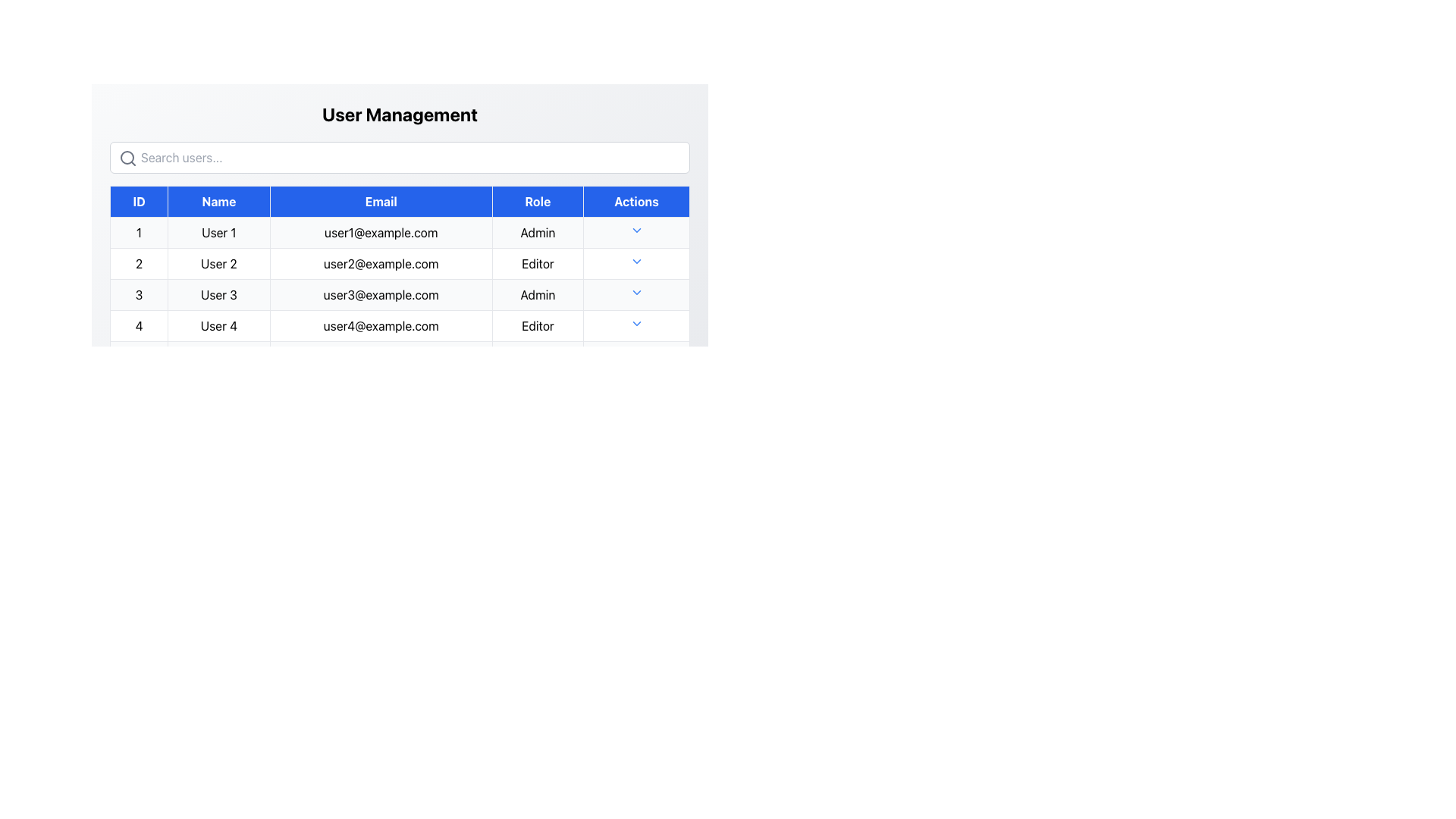  I want to click on the Text Label that identifies the ID or sequence of the fourth row in the table, located in the first column adjacent to 'User 4', so click(139, 325).